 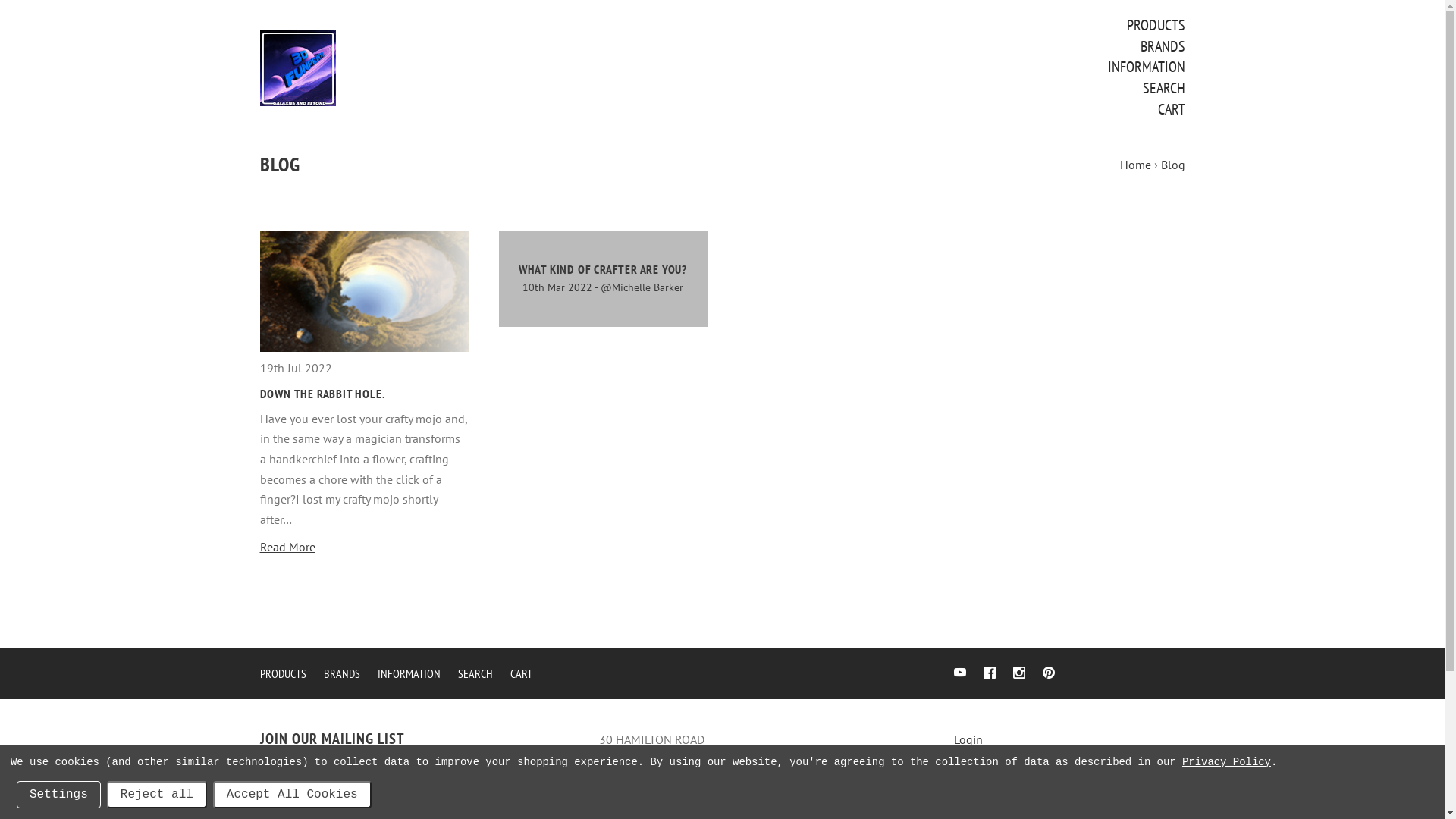 What do you see at coordinates (602, 287) in the screenshot?
I see `'10th Mar 2022 - @Michelle Barker'` at bounding box center [602, 287].